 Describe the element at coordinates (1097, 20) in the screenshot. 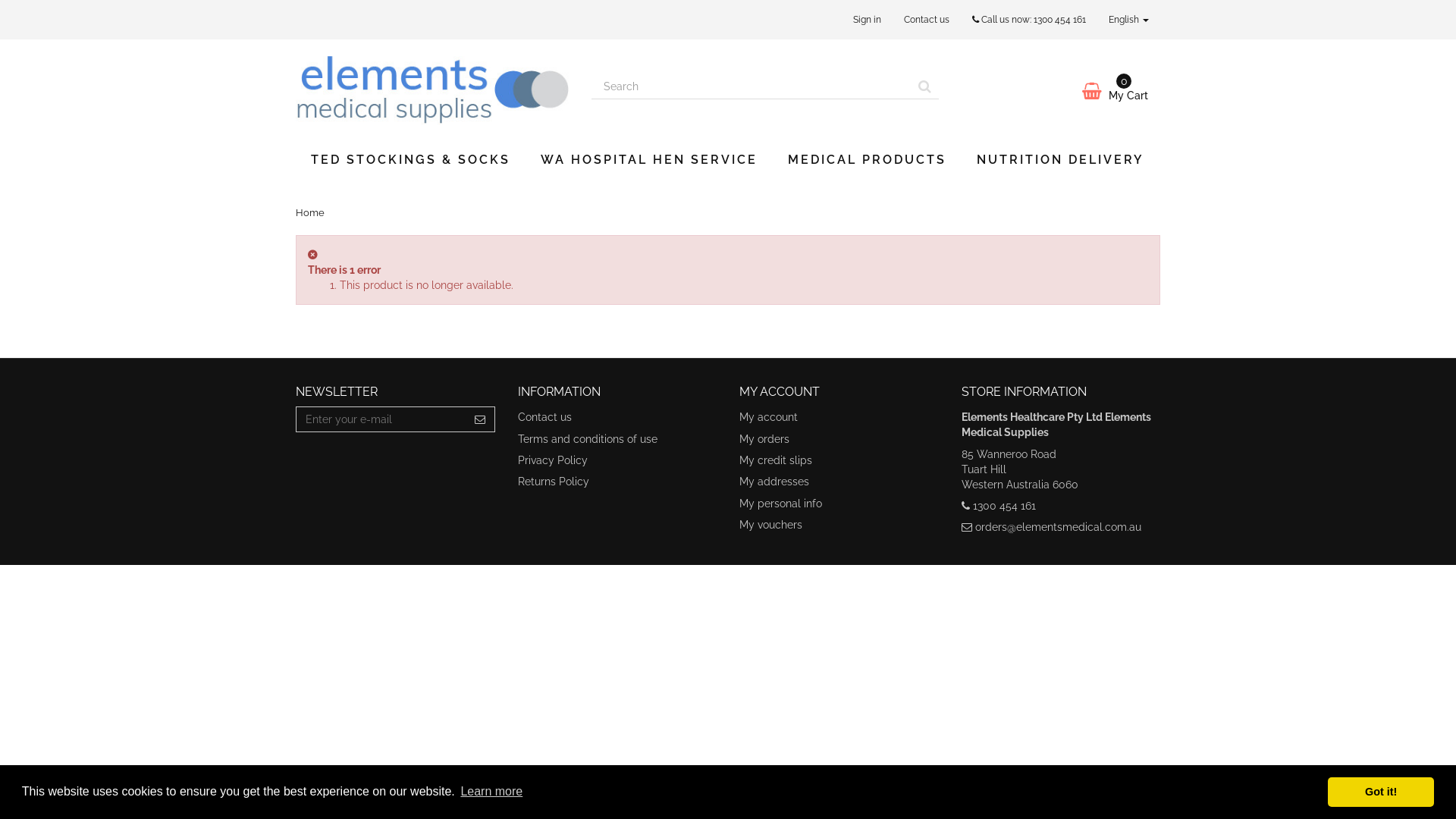

I see `'English'` at that location.